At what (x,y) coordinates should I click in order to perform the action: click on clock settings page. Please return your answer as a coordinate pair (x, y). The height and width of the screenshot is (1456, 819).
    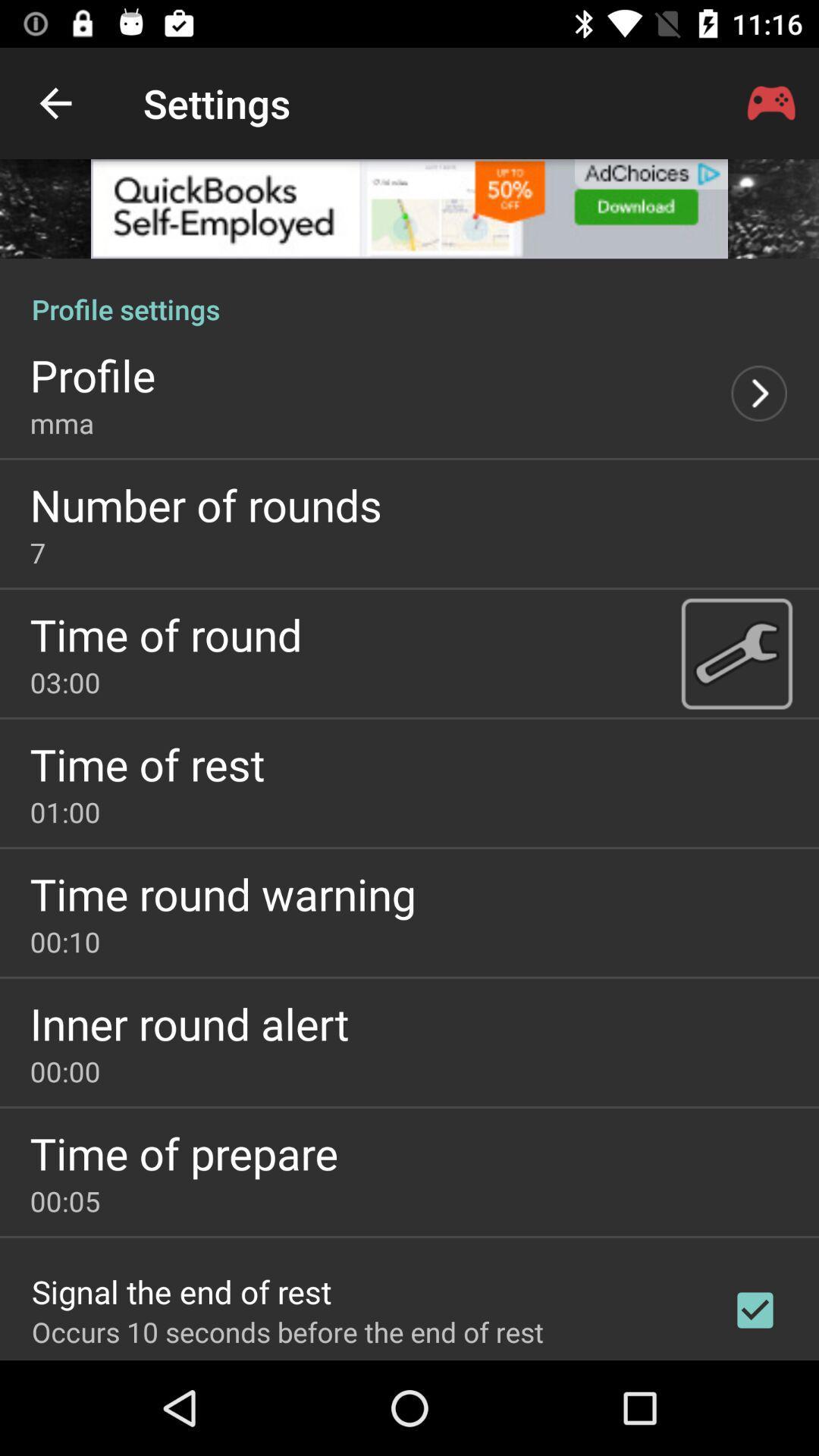
    Looking at the image, I should click on (736, 653).